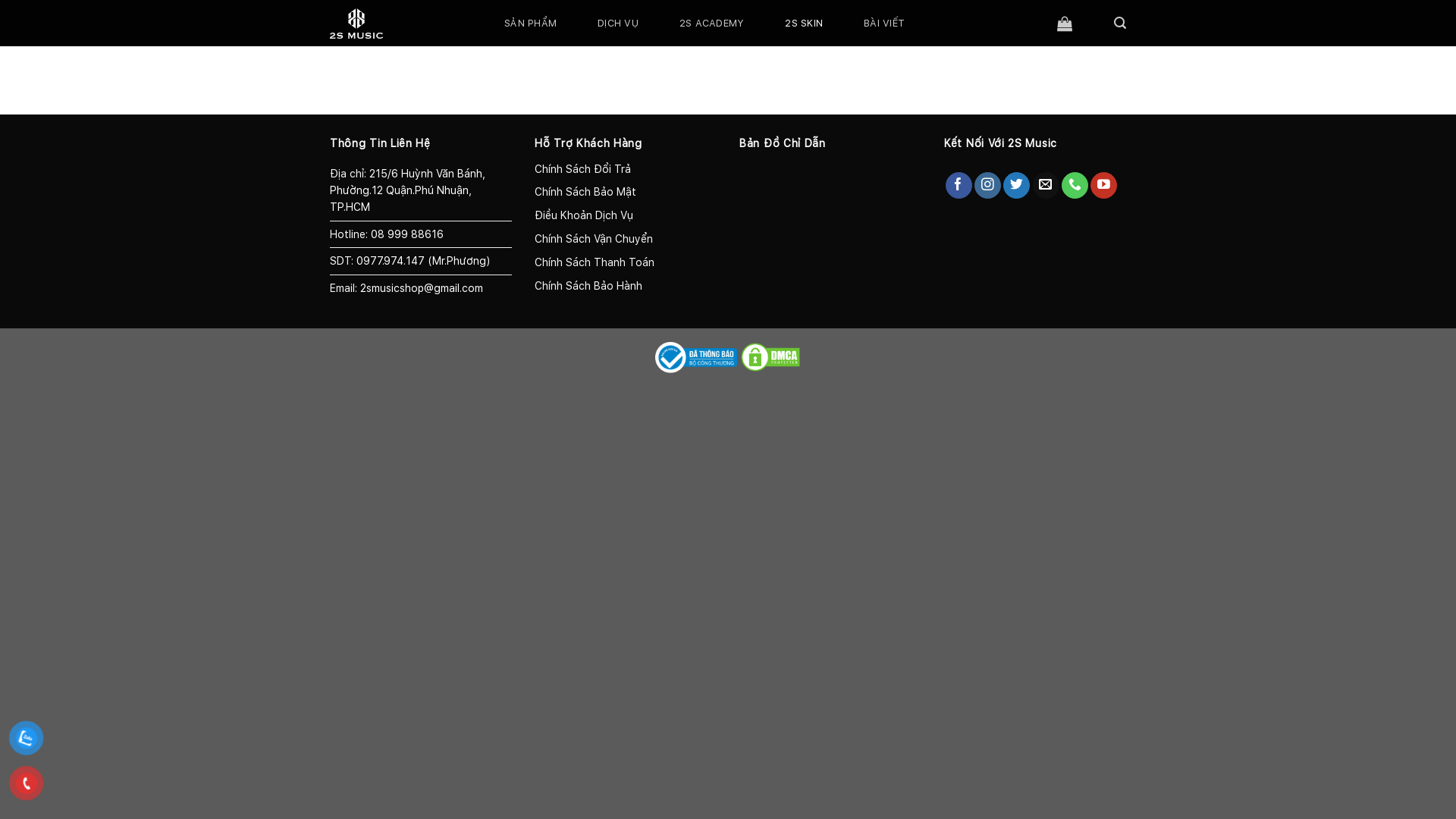 This screenshot has width=1456, height=819. I want to click on 'DMCA.com Protection Status', so click(770, 356).